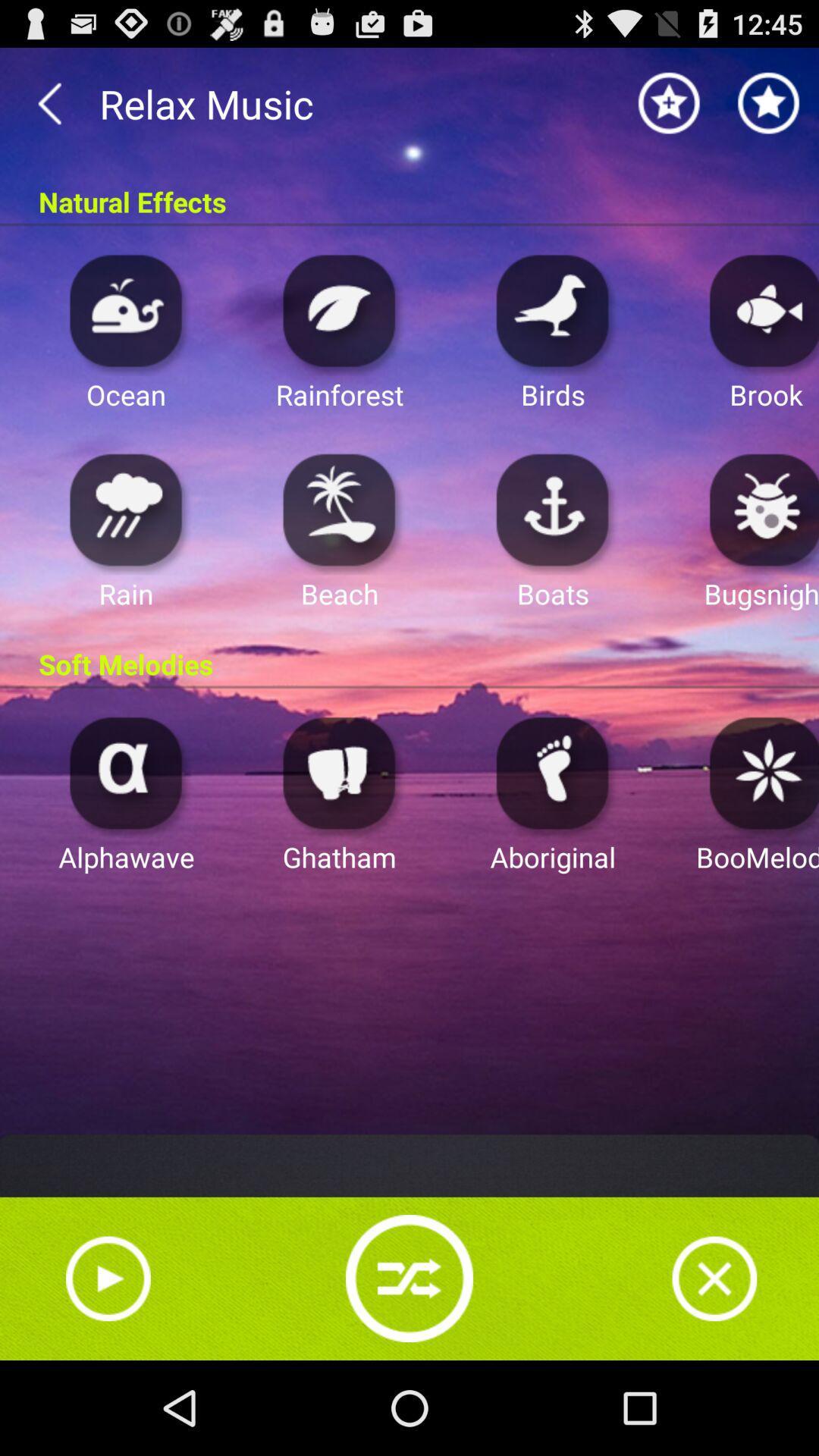 Image resolution: width=819 pixels, height=1456 pixels. I want to click on choose rainforest effect, so click(339, 309).